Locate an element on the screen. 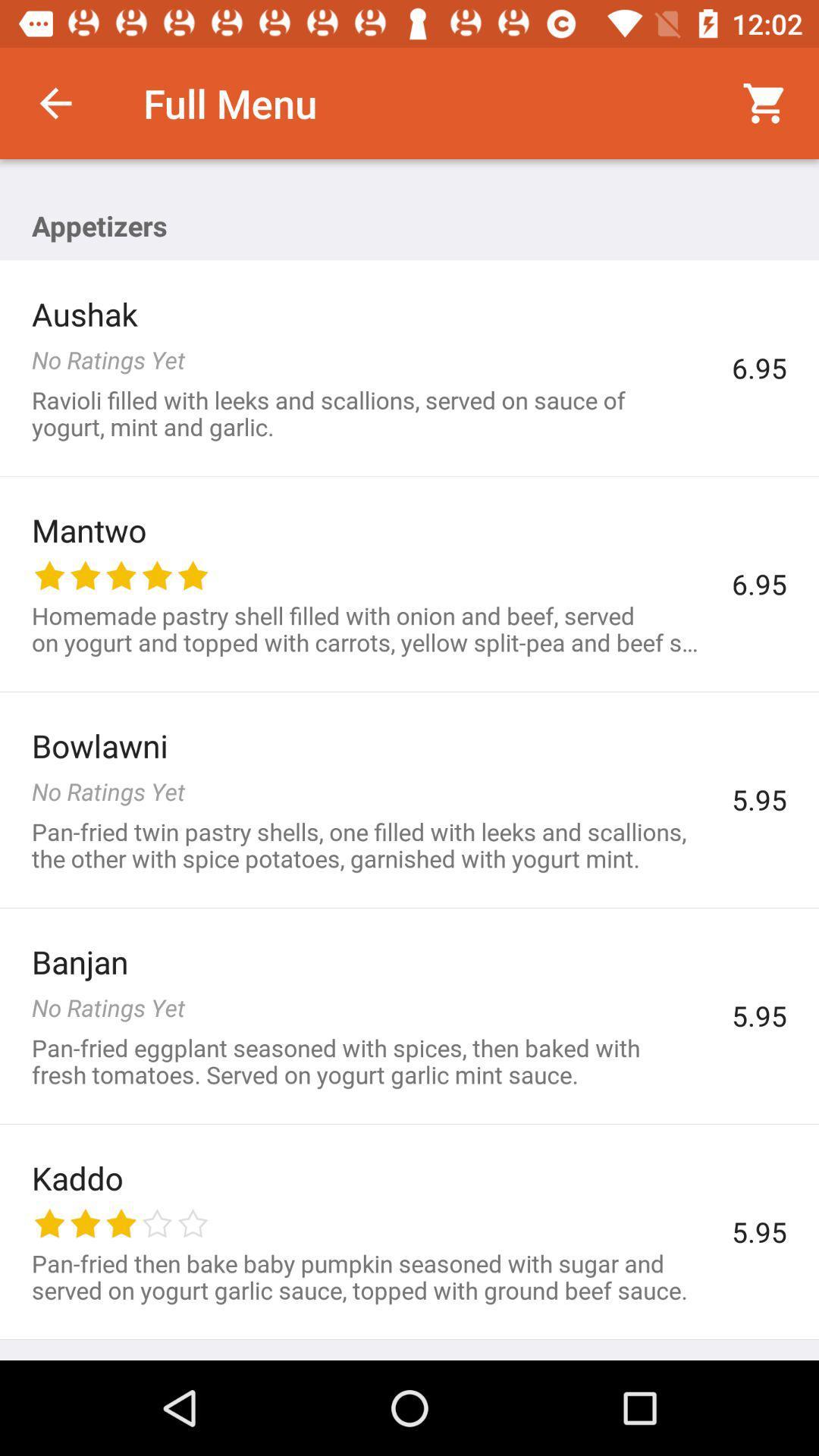 The image size is (819, 1456). the icon above the aushak icon is located at coordinates (55, 102).